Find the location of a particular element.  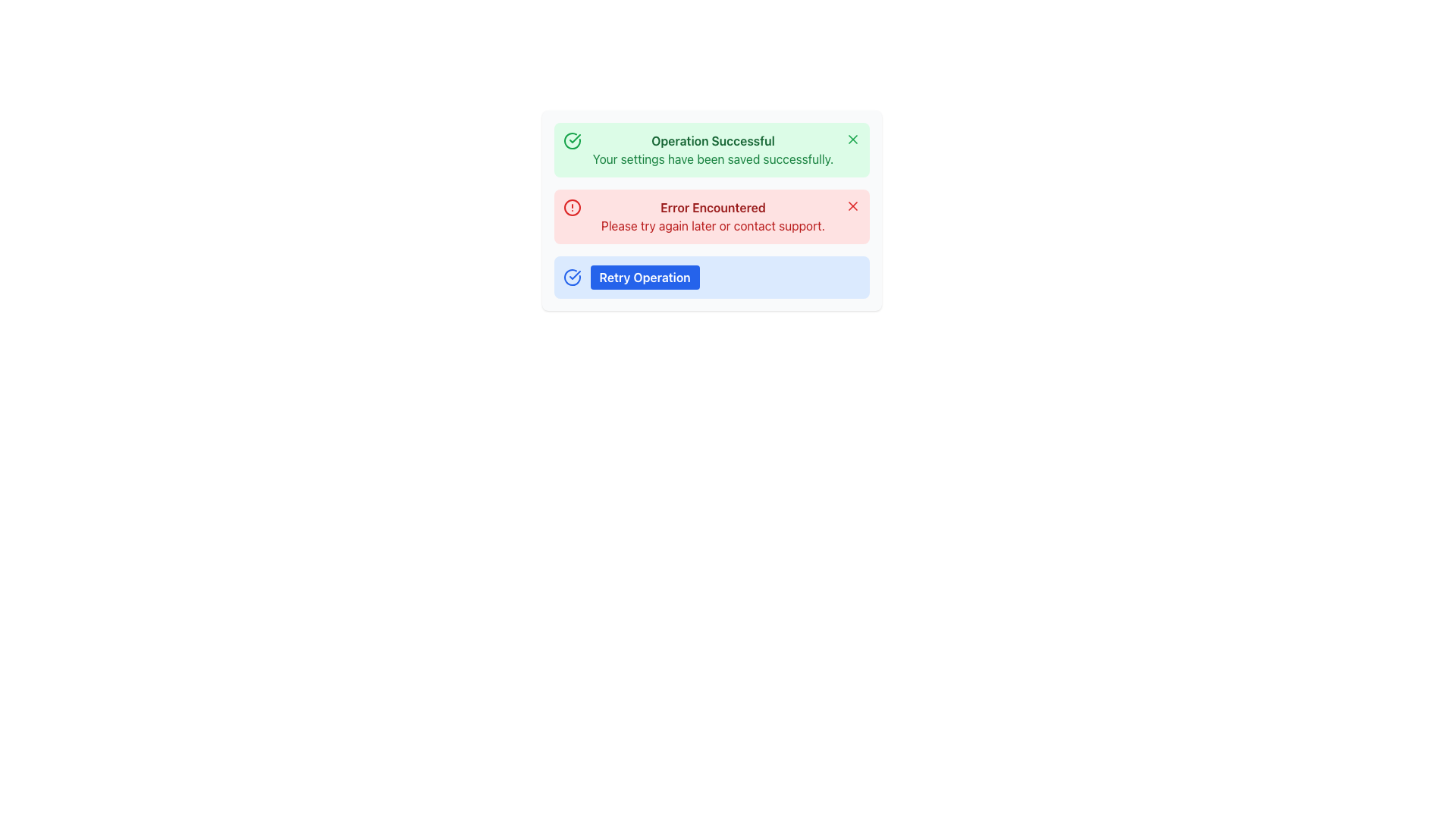

the checkmark element within the circular icon of the green notification bar labeled 'Operation Successful' is located at coordinates (574, 275).